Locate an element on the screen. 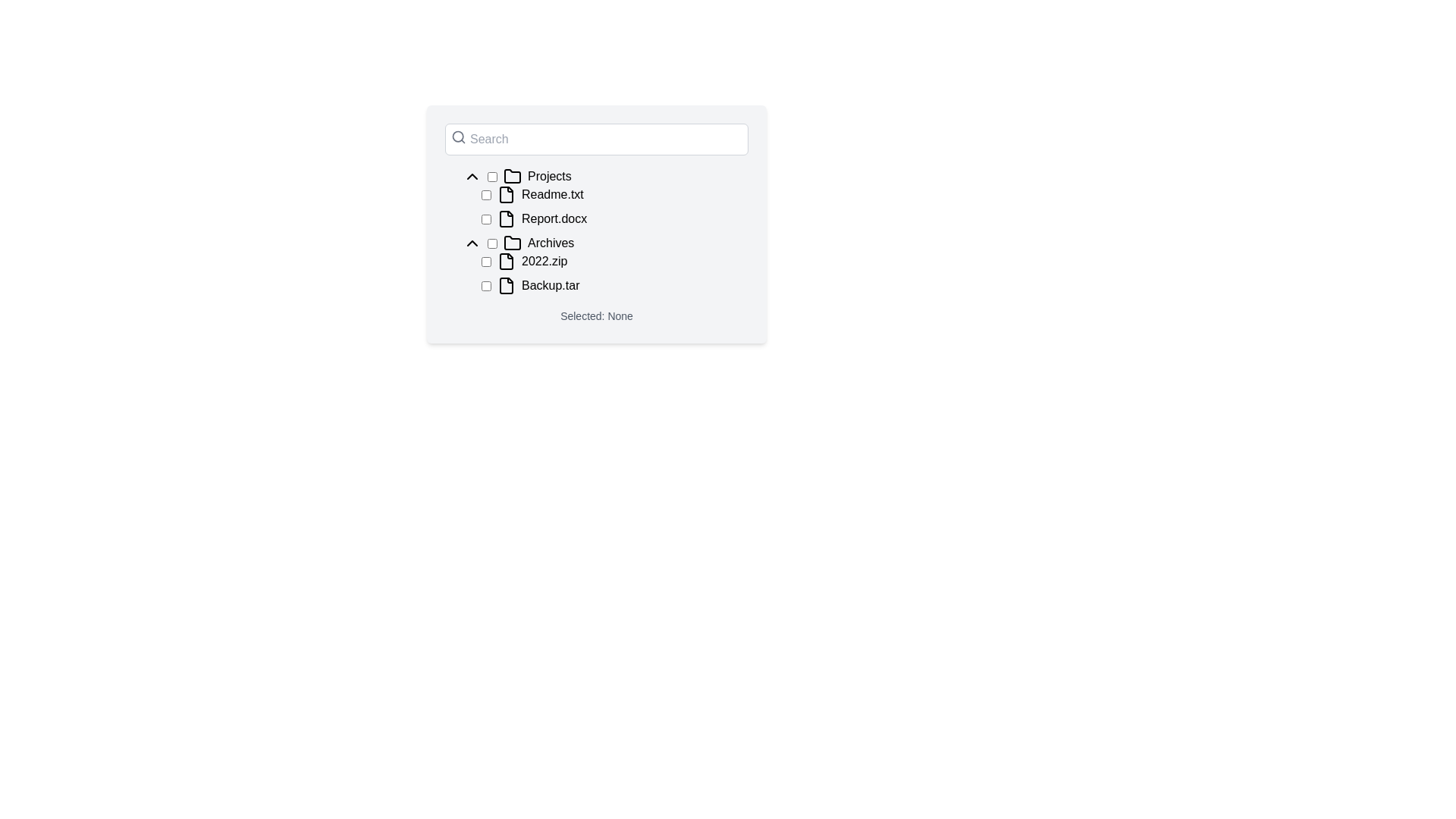  the Dropdown toggle icon located at the top left of the 'Projects' header is located at coordinates (472, 175).